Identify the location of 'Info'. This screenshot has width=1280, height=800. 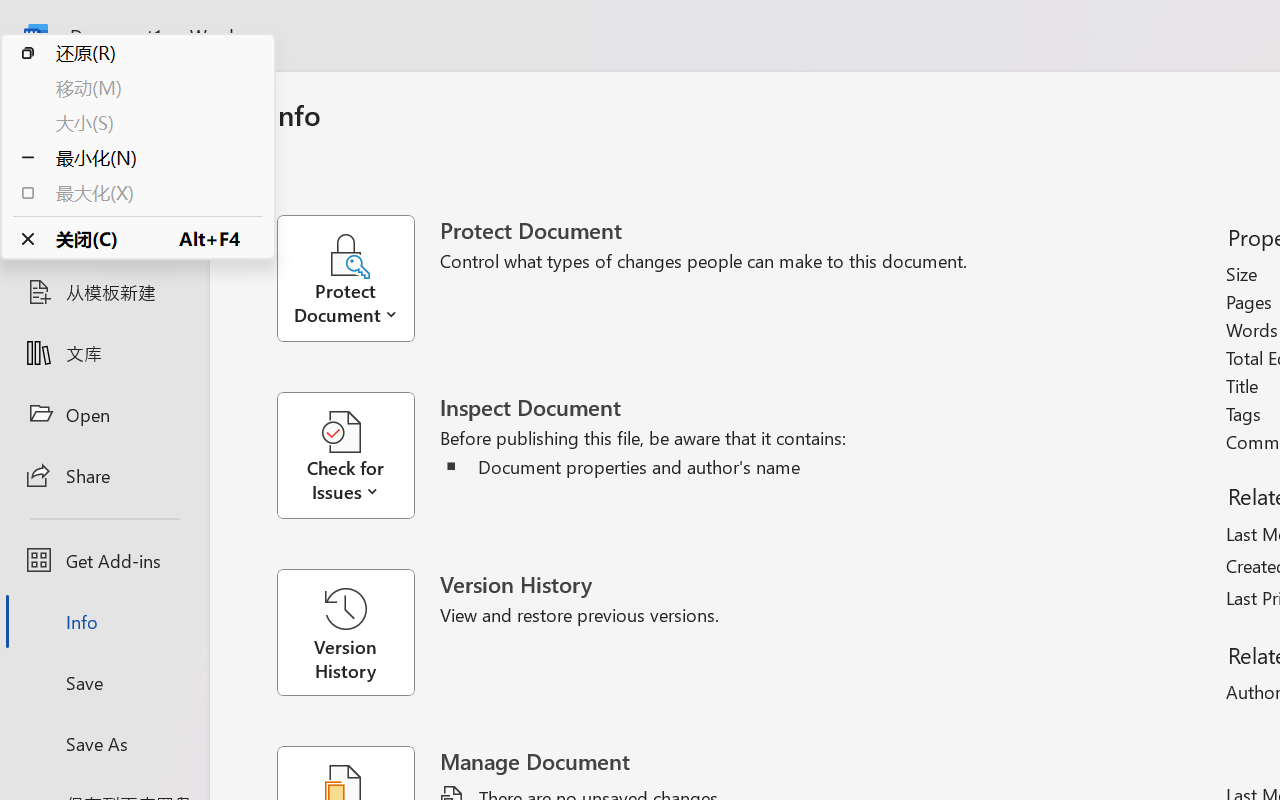
(103, 621).